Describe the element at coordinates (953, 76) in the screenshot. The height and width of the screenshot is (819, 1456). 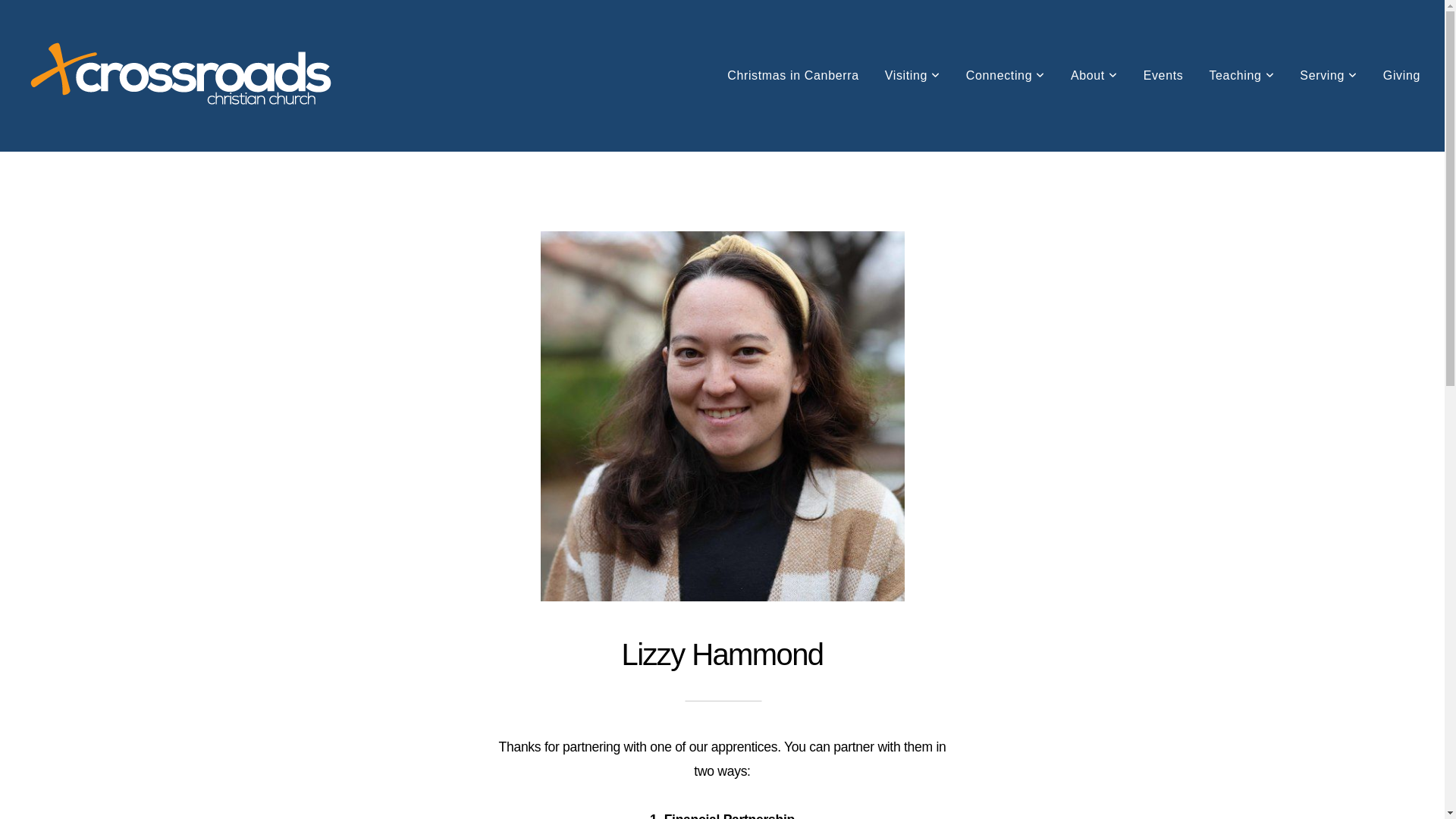
I see `'Connecting '` at that location.